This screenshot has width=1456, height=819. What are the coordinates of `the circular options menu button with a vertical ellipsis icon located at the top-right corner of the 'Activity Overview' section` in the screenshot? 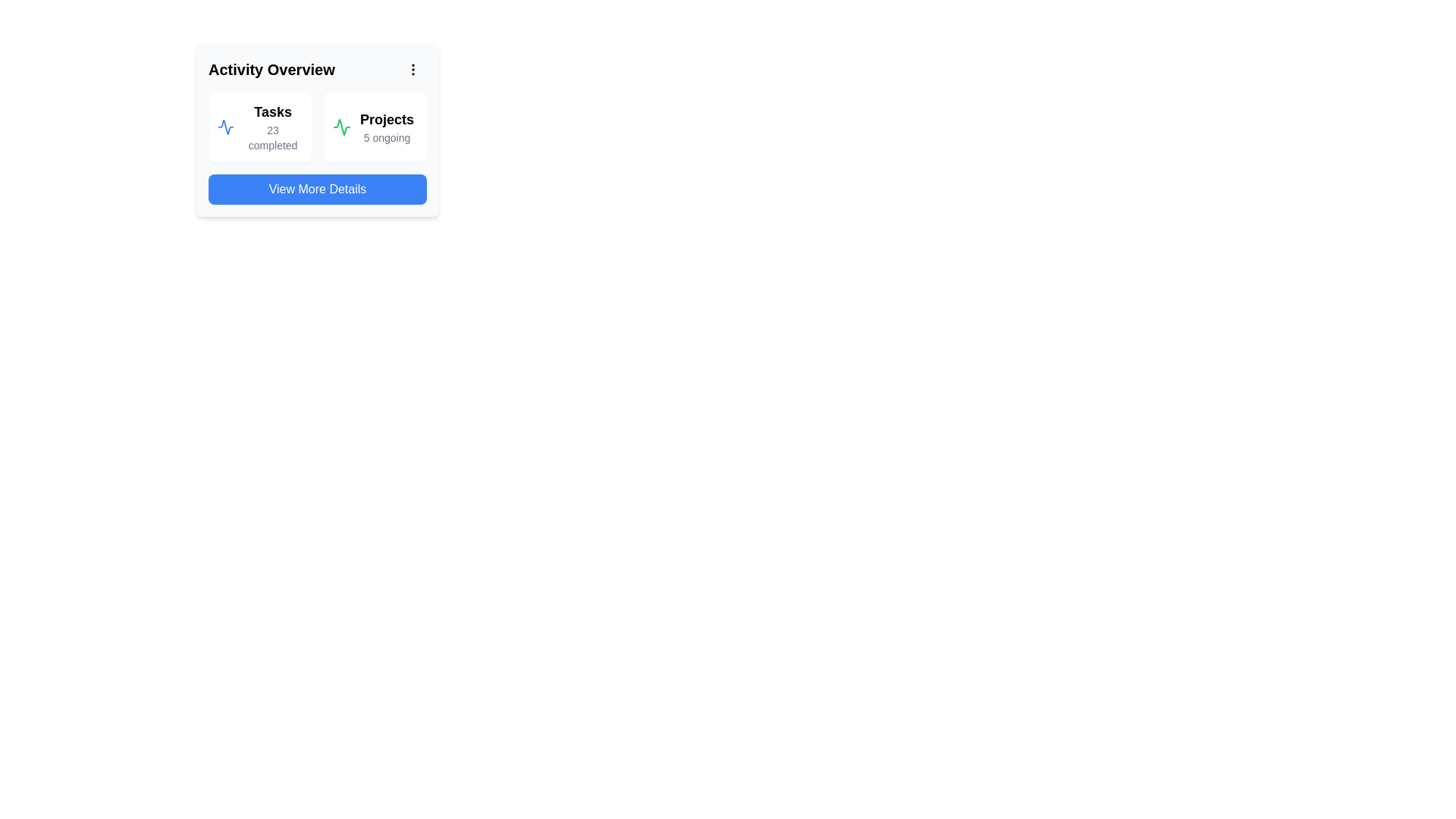 It's located at (413, 70).